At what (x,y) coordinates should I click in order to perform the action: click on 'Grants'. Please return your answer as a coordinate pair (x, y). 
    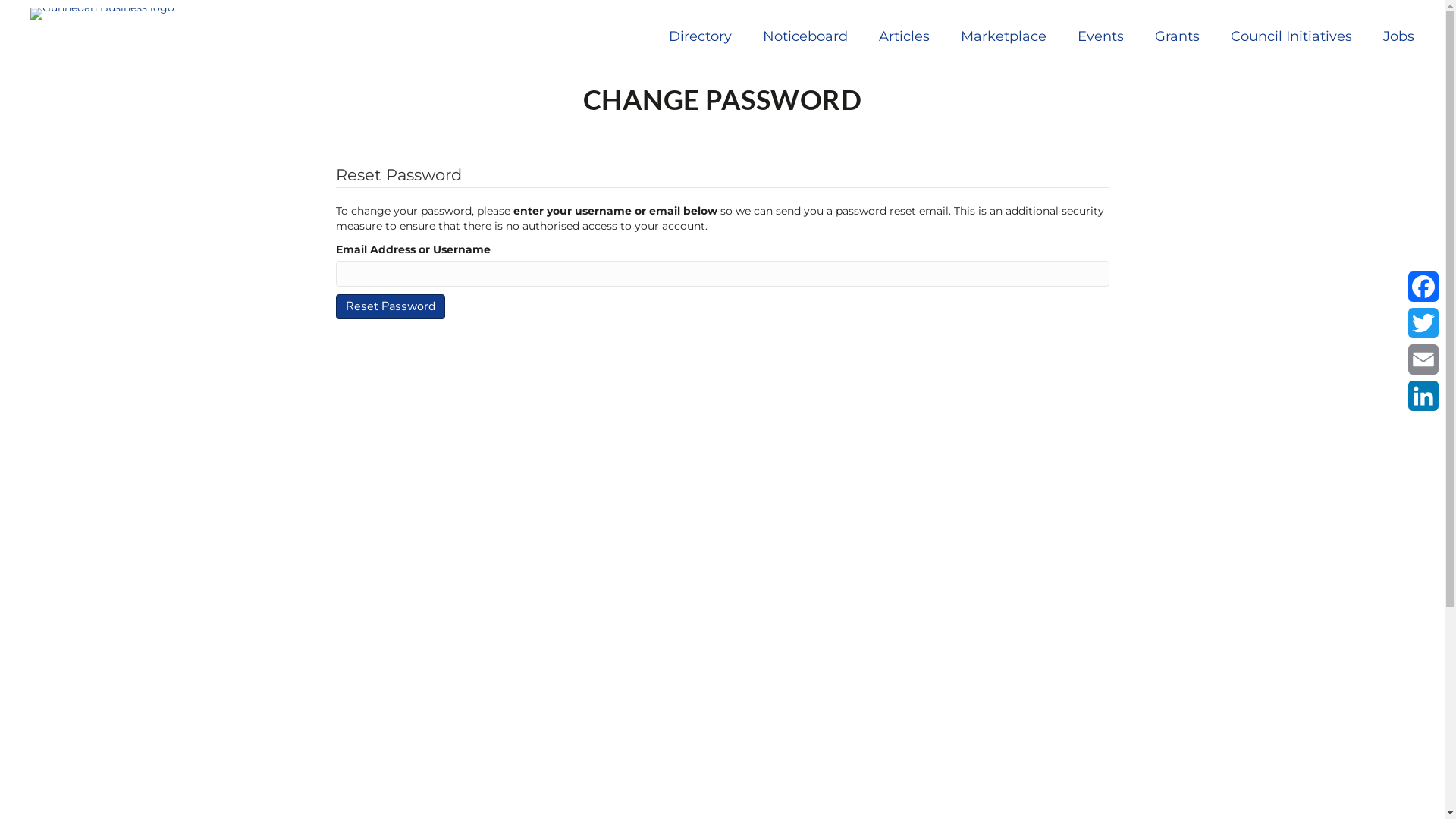
    Looking at the image, I should click on (1176, 35).